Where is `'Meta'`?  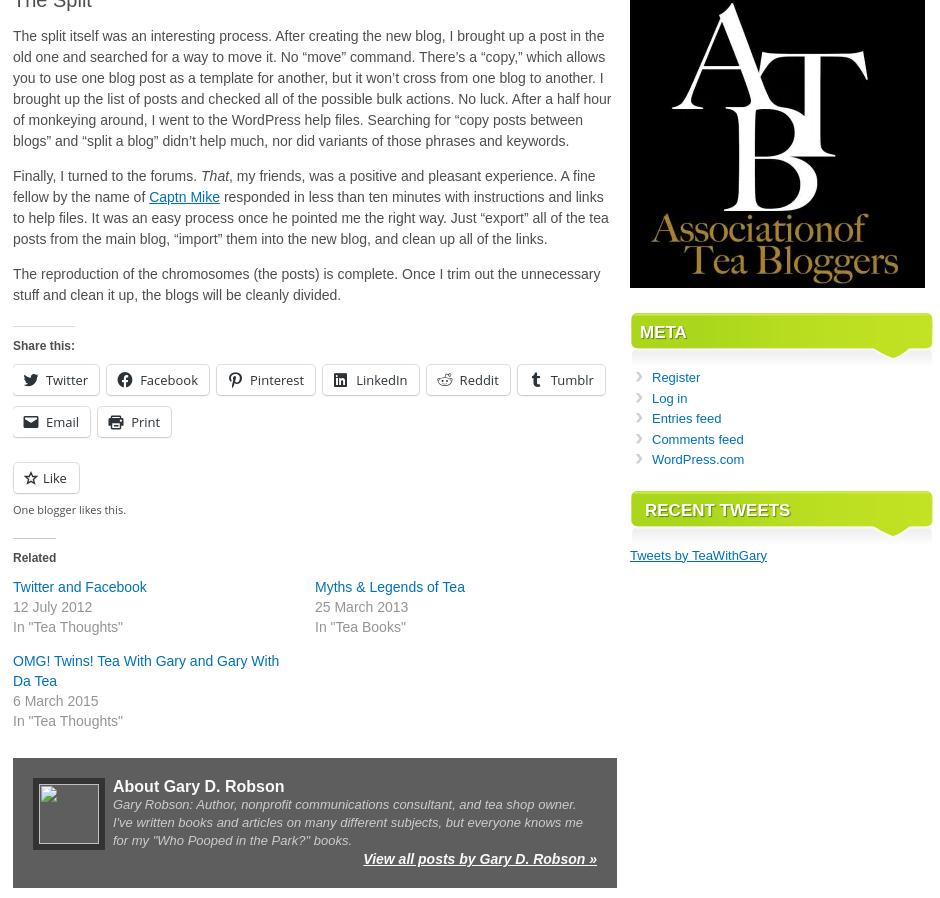
'Meta' is located at coordinates (662, 332).